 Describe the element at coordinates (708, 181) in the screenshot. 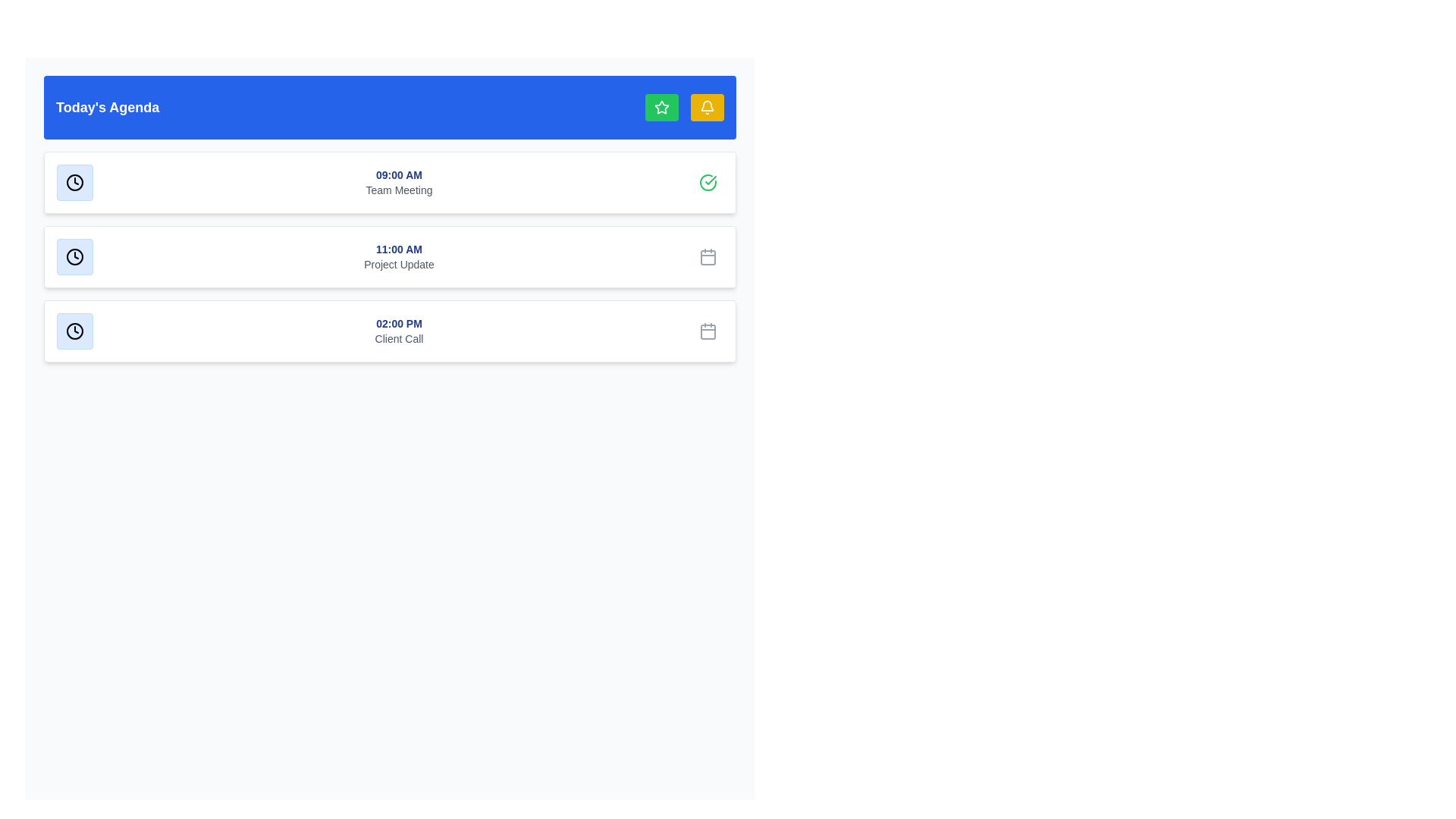

I see `the status indicator button located at the far-right of the '09:00 AM Team Meeting' row to mark the item` at that location.